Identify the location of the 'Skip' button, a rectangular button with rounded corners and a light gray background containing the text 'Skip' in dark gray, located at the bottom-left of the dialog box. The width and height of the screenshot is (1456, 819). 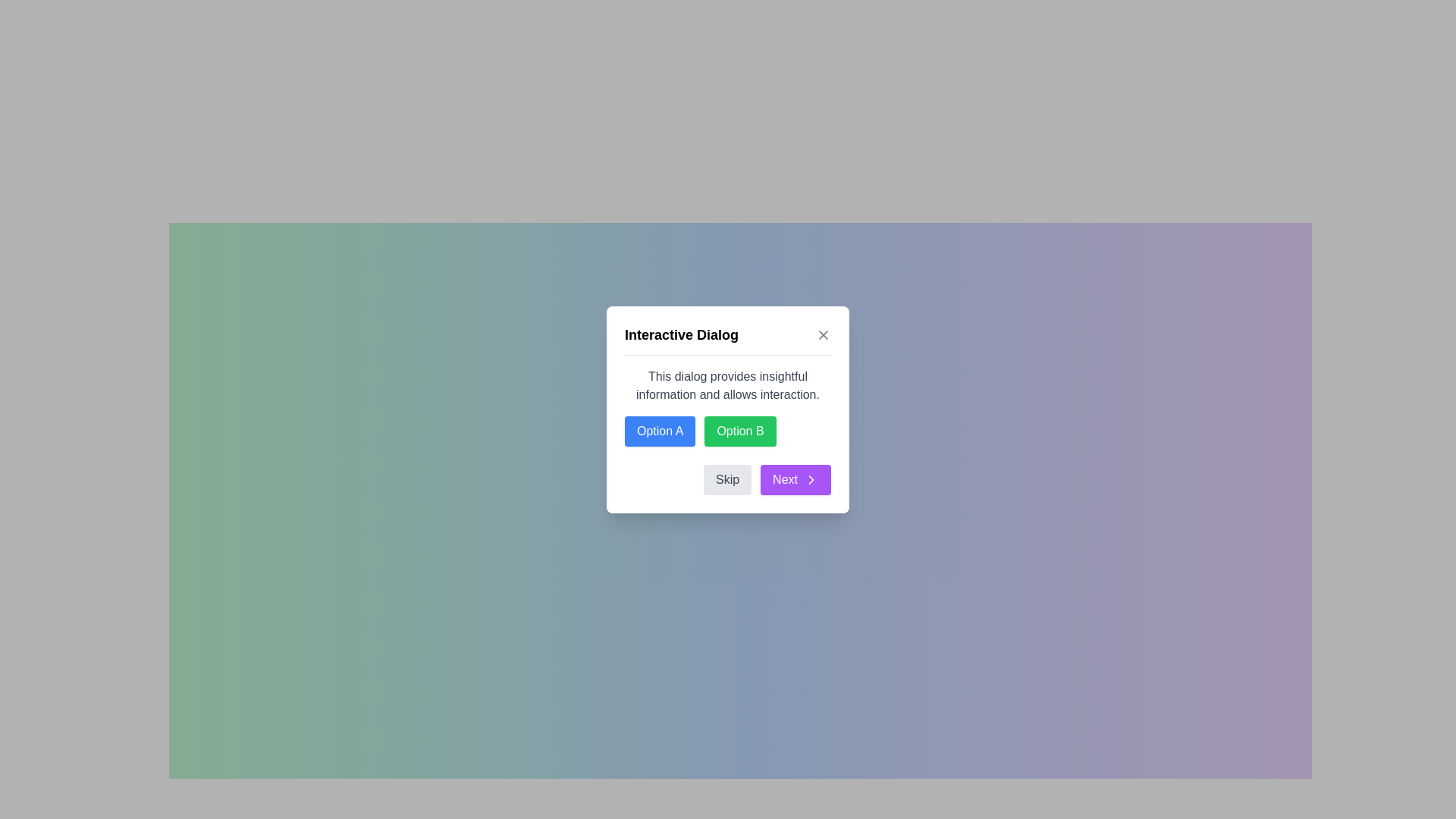
(726, 479).